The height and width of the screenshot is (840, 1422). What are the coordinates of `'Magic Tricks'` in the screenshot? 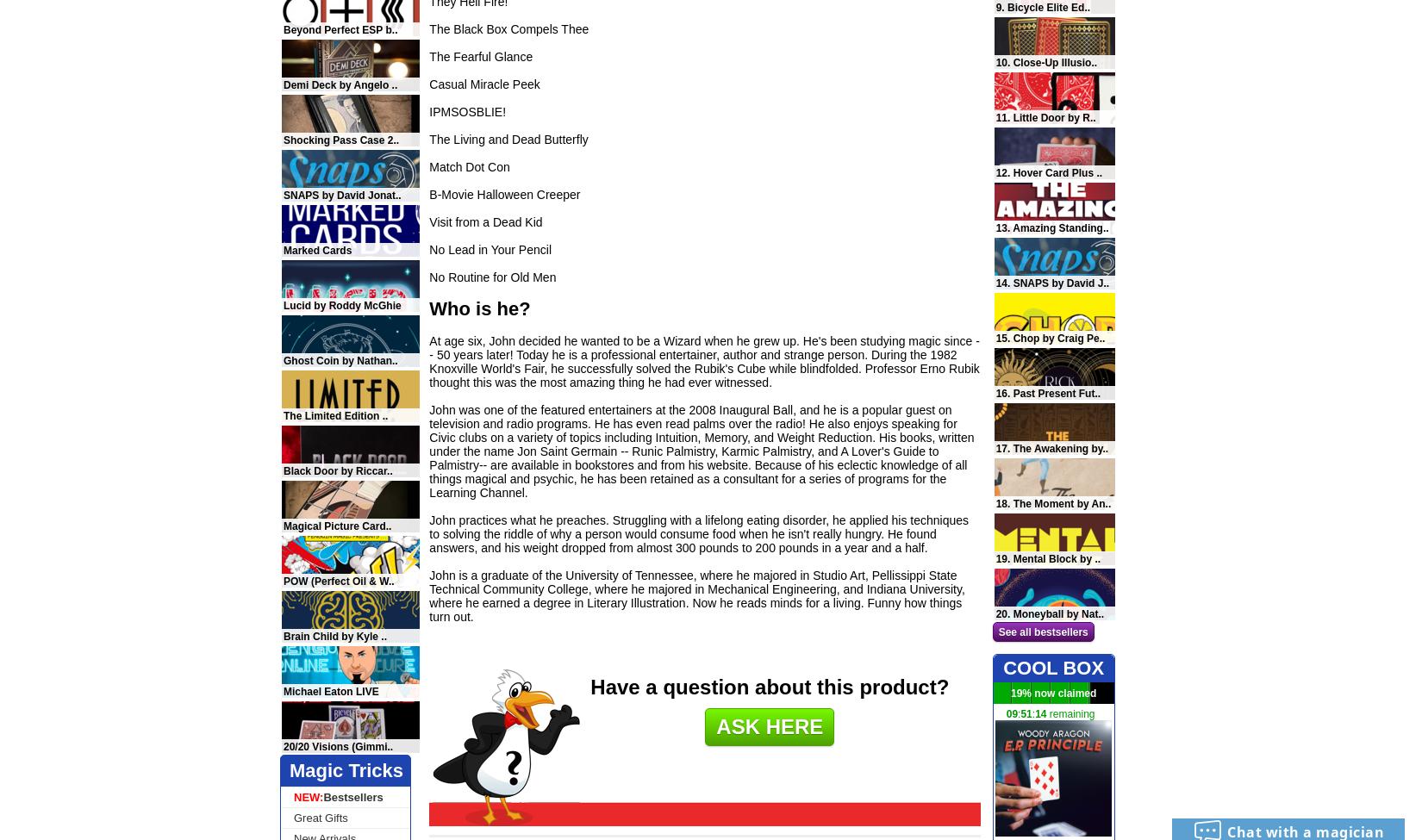 It's located at (346, 769).